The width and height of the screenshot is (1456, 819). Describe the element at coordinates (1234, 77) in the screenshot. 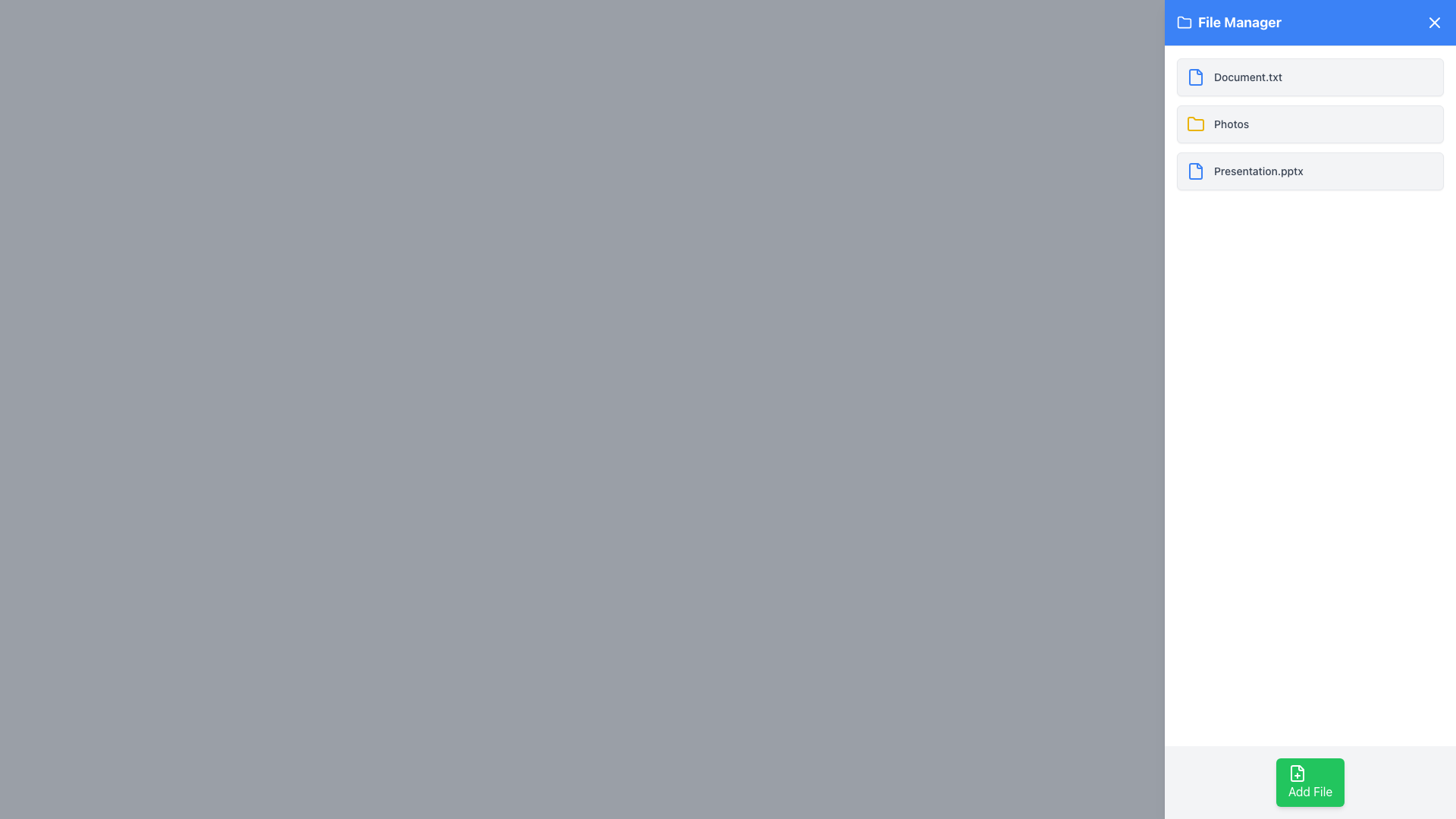

I see `the Text Label displaying 'Document.txt' in the File Manager panel, which is styled with a small font size and medium gray color, located next to a blue file icon` at that location.